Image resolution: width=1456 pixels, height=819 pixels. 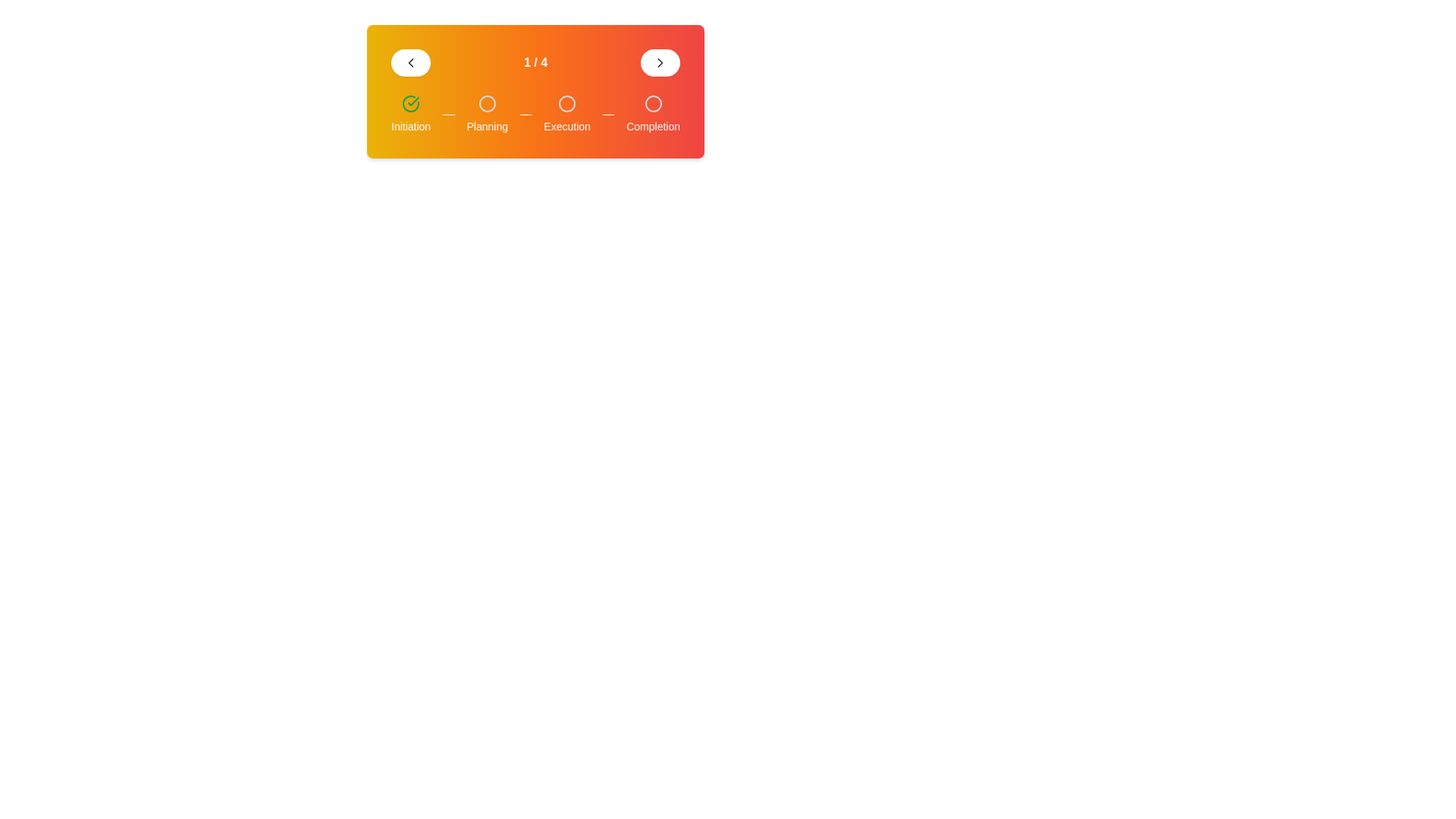 I want to click on the SVG circle element representing the 'Completion' progress step in the bottom-right of the progress step UI component, so click(x=653, y=103).